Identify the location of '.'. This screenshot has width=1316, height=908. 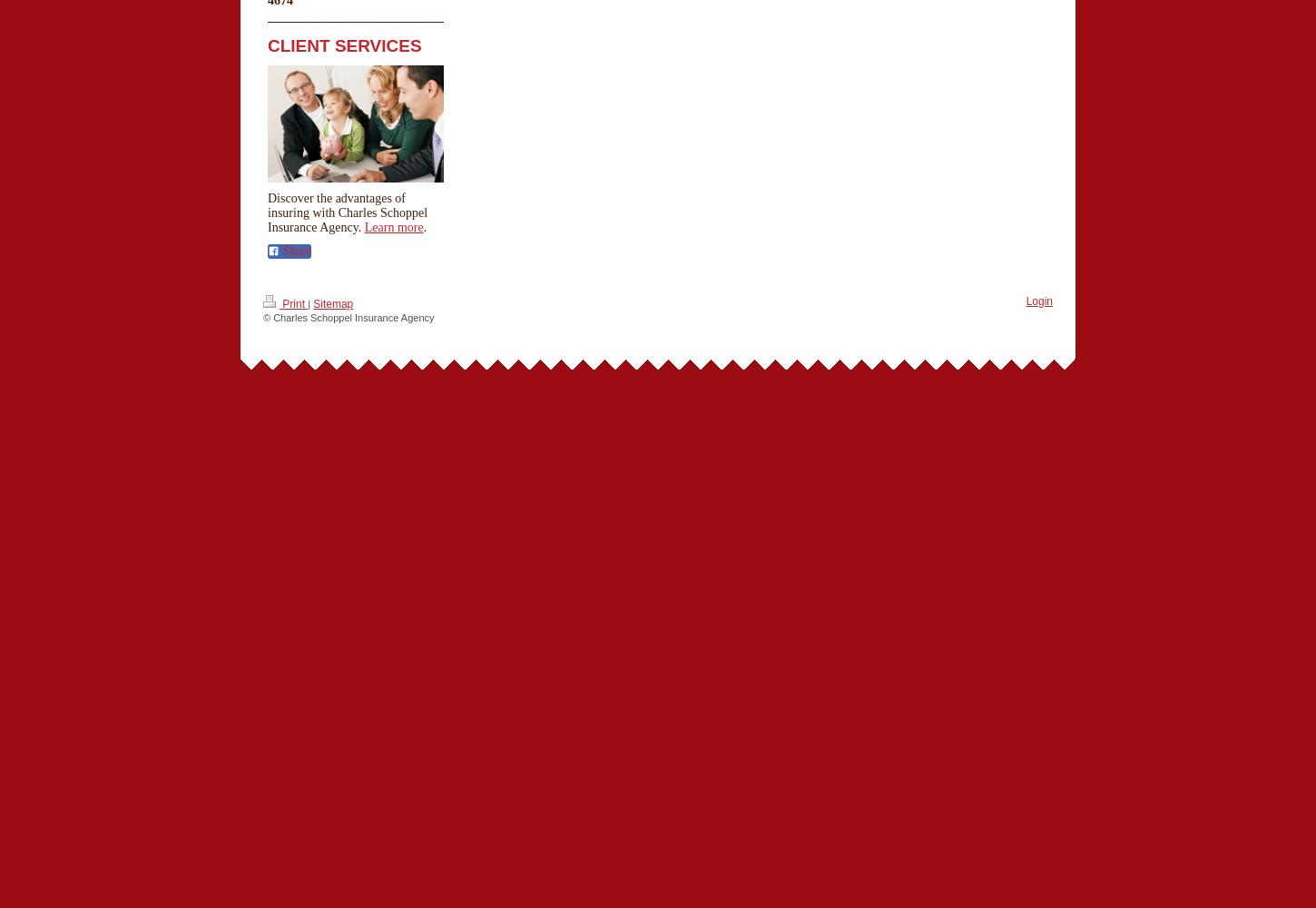
(422, 225).